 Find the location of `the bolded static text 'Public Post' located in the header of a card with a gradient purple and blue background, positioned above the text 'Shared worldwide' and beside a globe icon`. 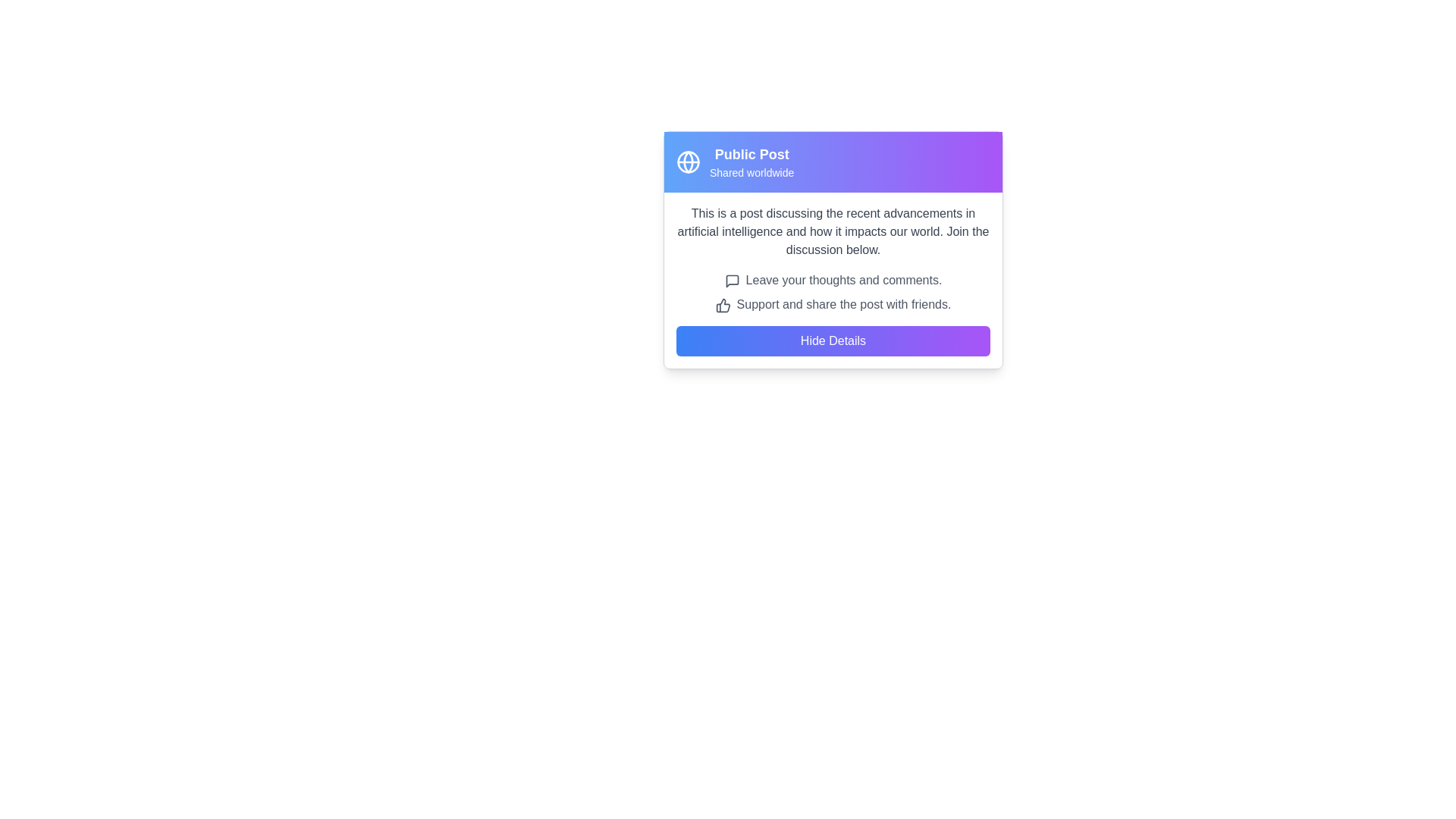

the bolded static text 'Public Post' located in the header of a card with a gradient purple and blue background, positioned above the text 'Shared worldwide' and beside a globe icon is located at coordinates (752, 155).